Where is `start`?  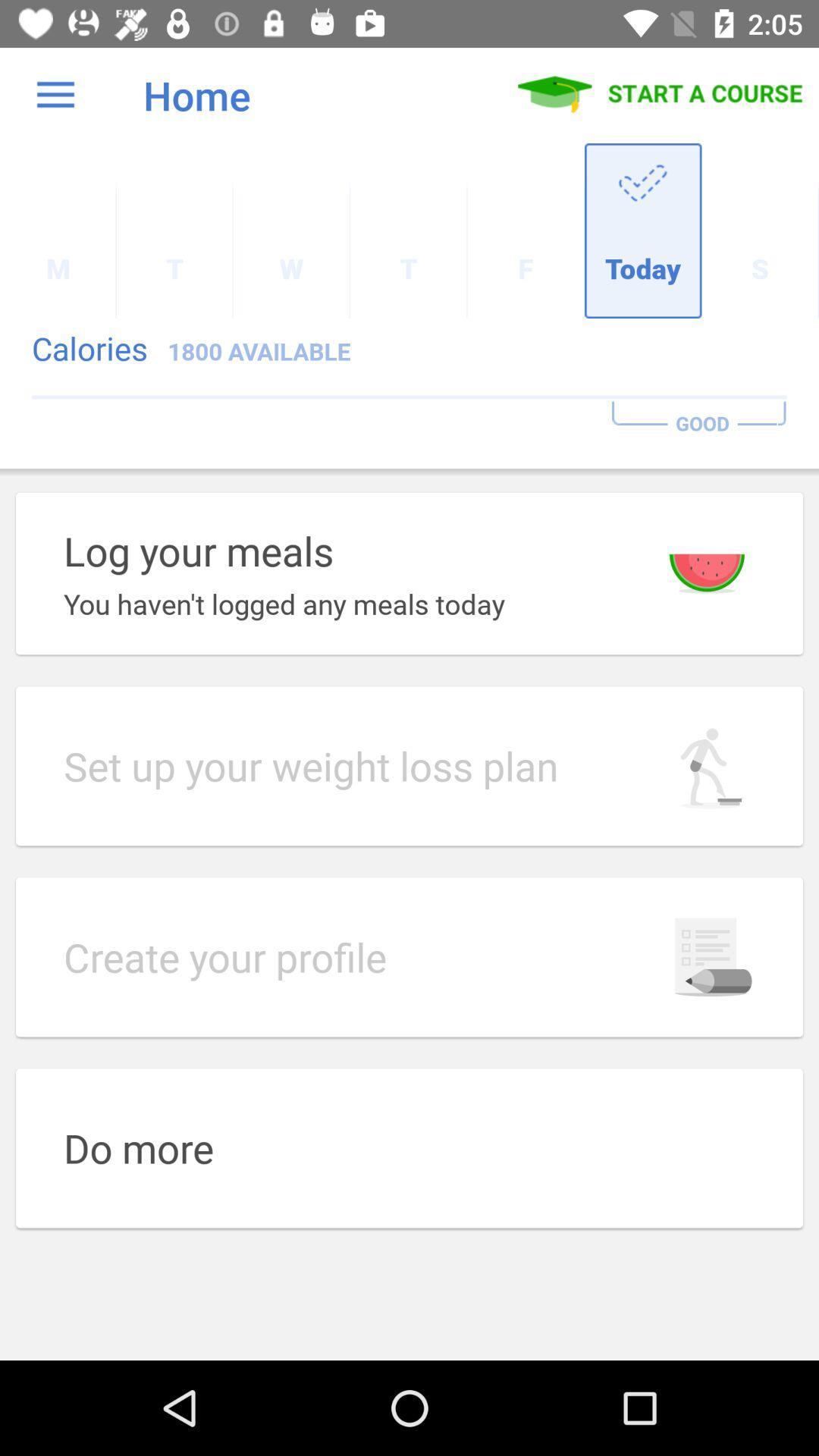 start is located at coordinates (660, 94).